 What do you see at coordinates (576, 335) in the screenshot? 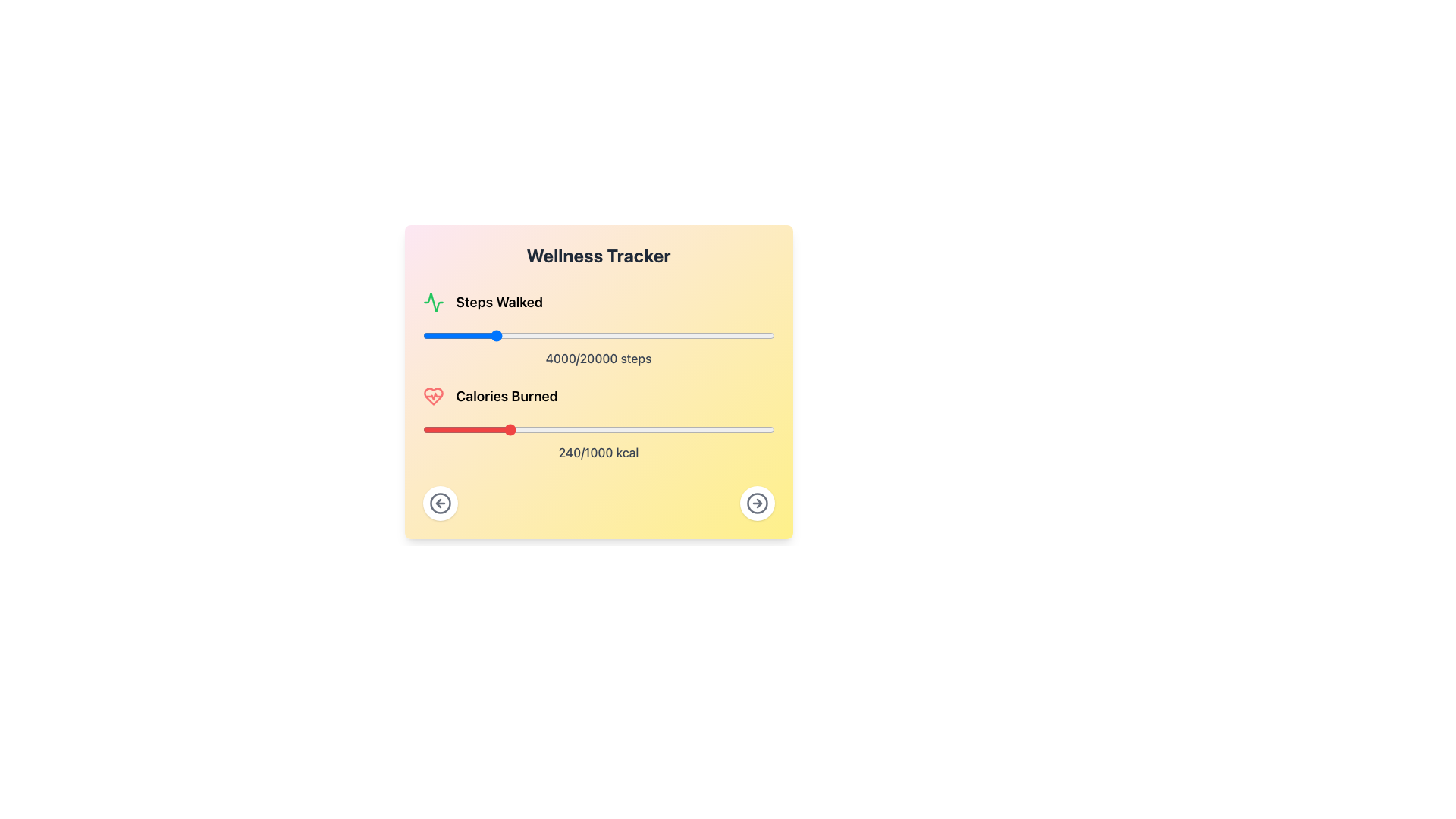
I see `the steps walked` at bounding box center [576, 335].